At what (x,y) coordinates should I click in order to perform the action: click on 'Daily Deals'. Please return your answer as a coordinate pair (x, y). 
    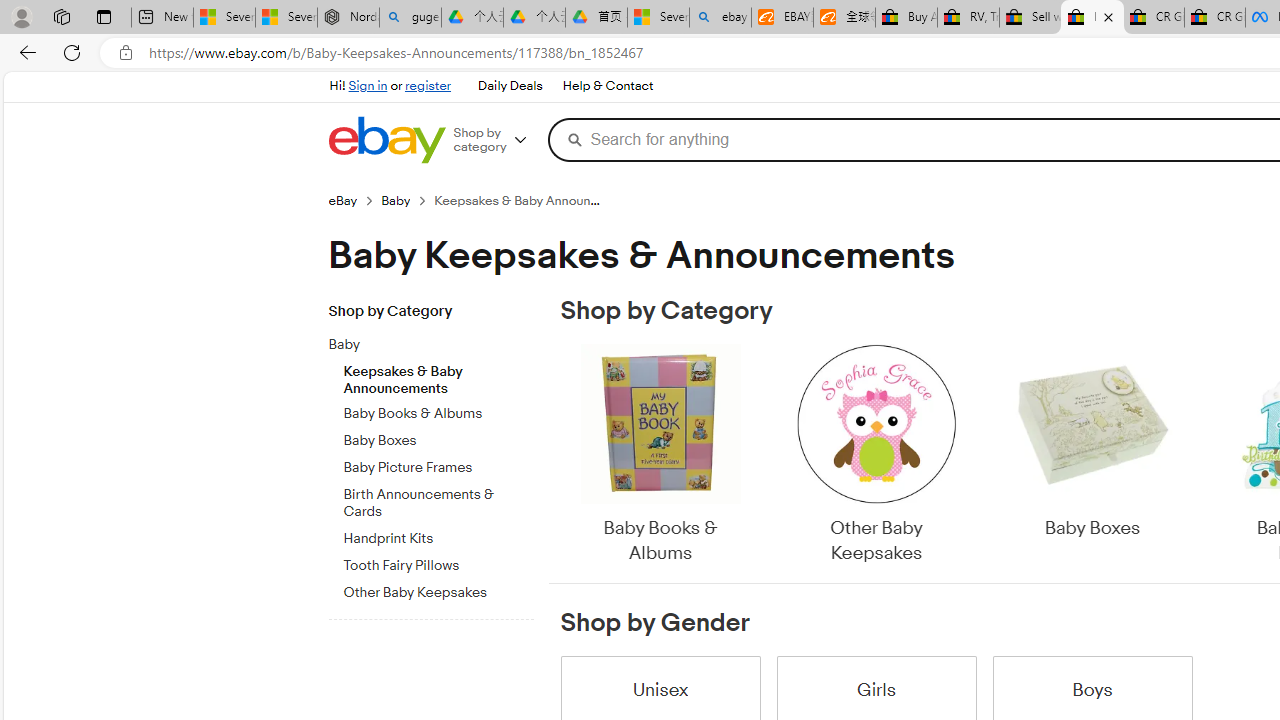
    Looking at the image, I should click on (509, 85).